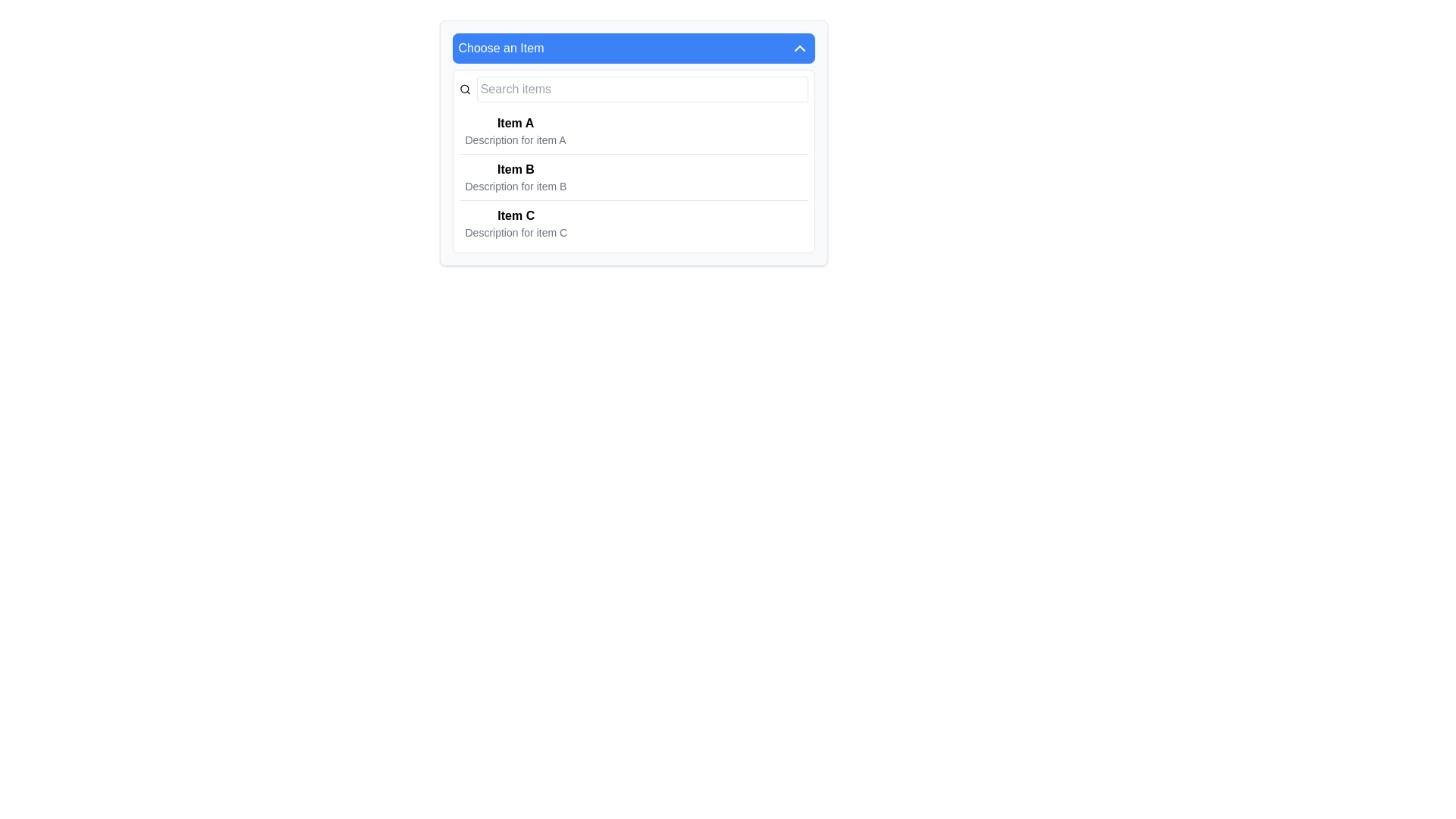 This screenshot has height=819, width=1456. I want to click on the second list item in the dropdown menu that allows selection for 'Item B' for keyboard navigation, so click(633, 161).